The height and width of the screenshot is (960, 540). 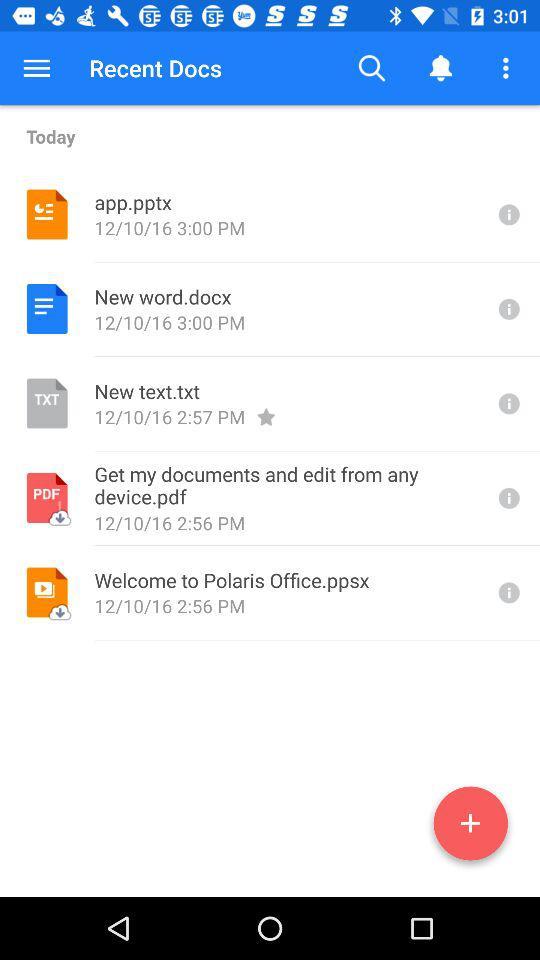 What do you see at coordinates (470, 827) in the screenshot?
I see `the item at the bottom right corner` at bounding box center [470, 827].